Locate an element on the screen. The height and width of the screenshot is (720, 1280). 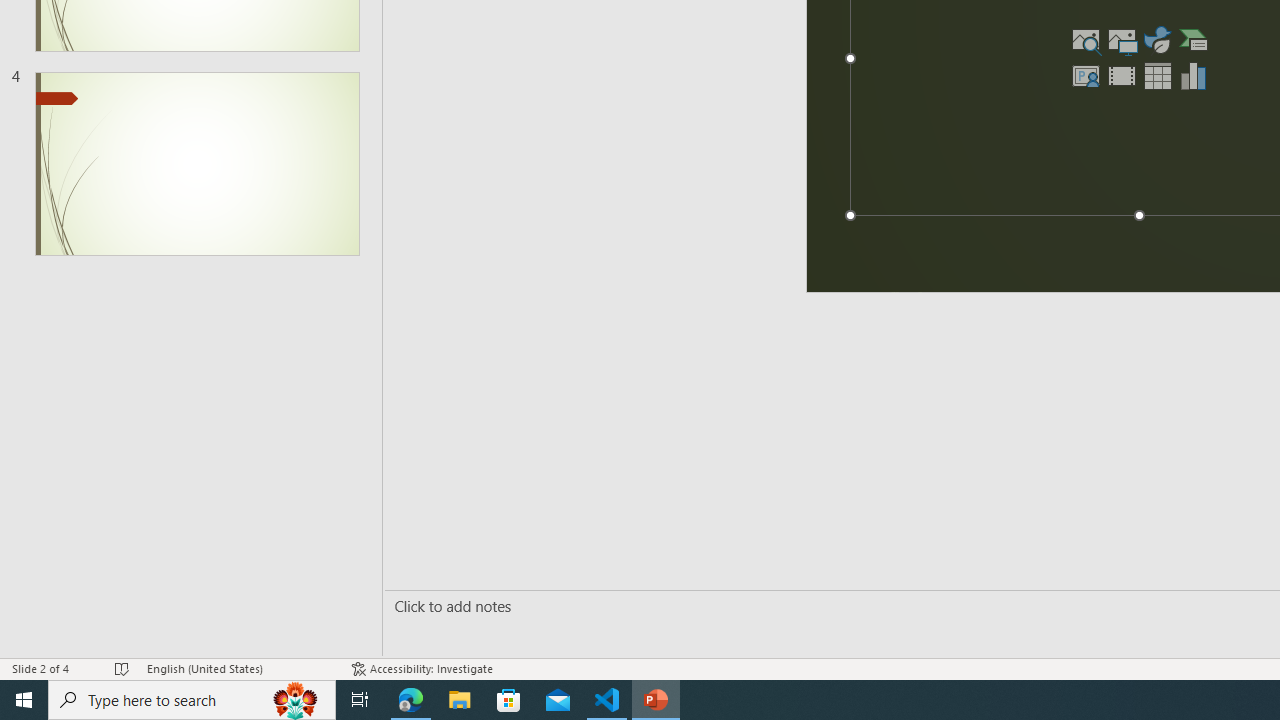
'Insert Chart' is located at coordinates (1193, 74).